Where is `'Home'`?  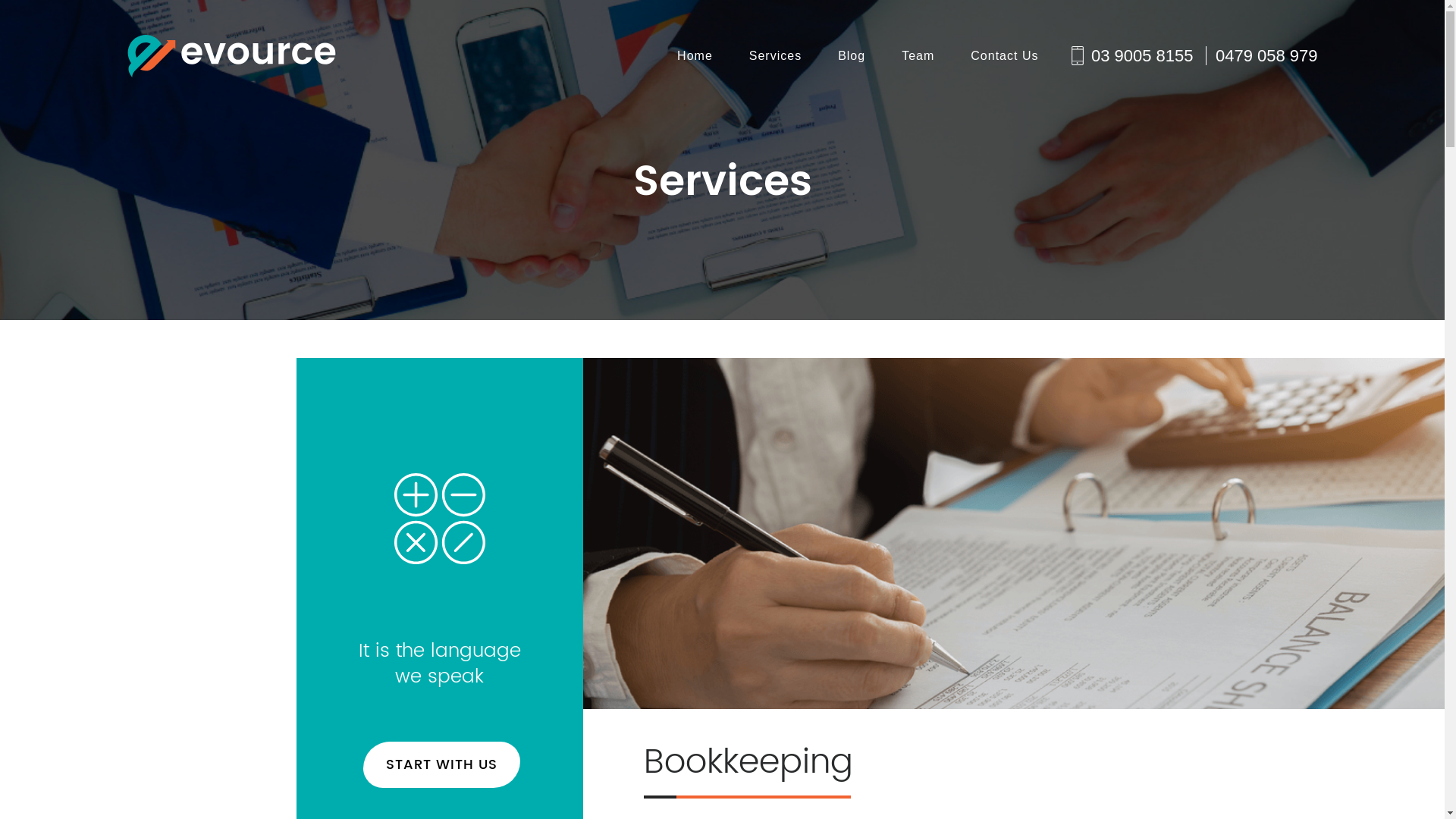 'Home' is located at coordinates (676, 55).